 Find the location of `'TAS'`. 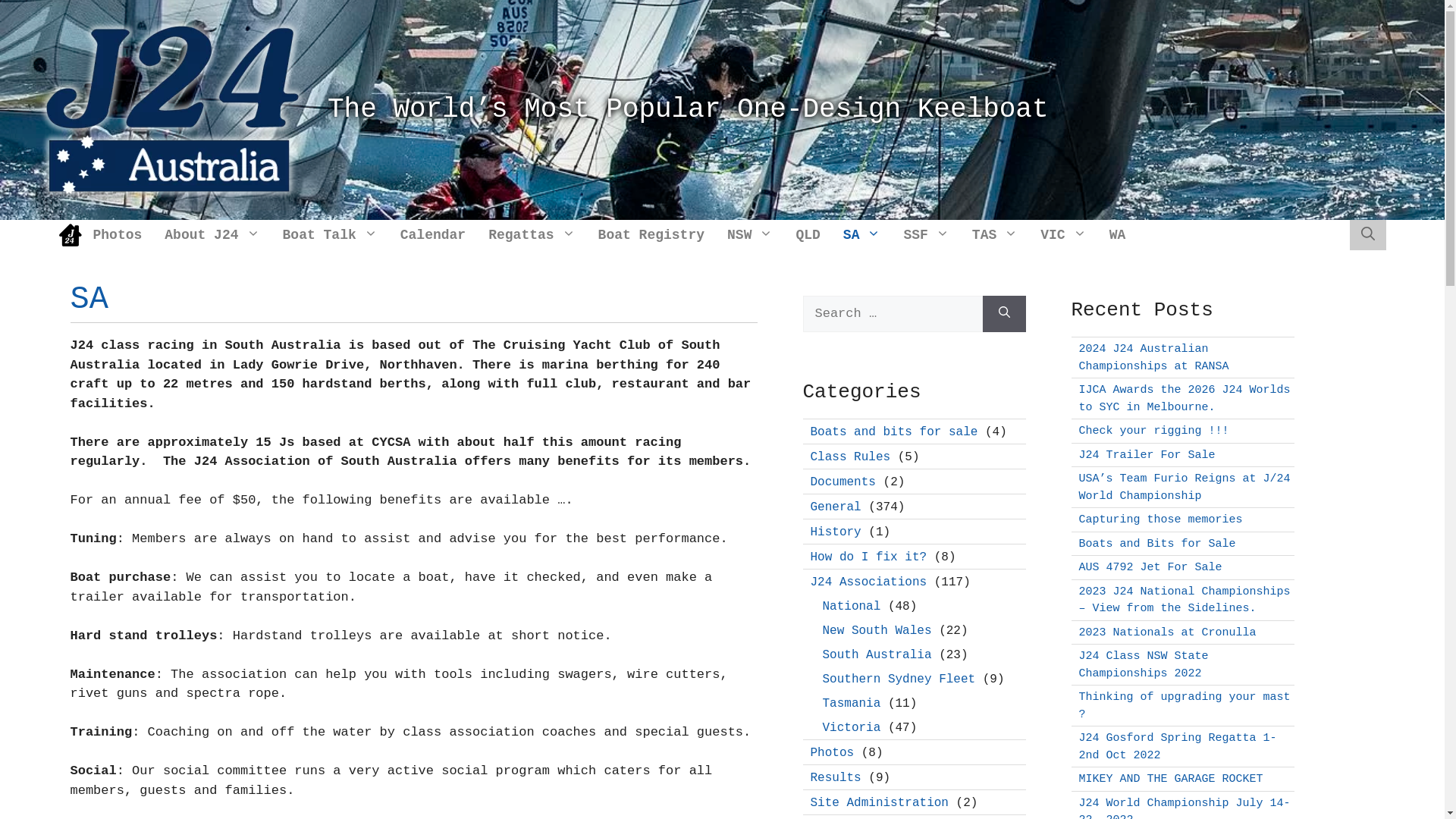

'TAS' is located at coordinates (994, 234).